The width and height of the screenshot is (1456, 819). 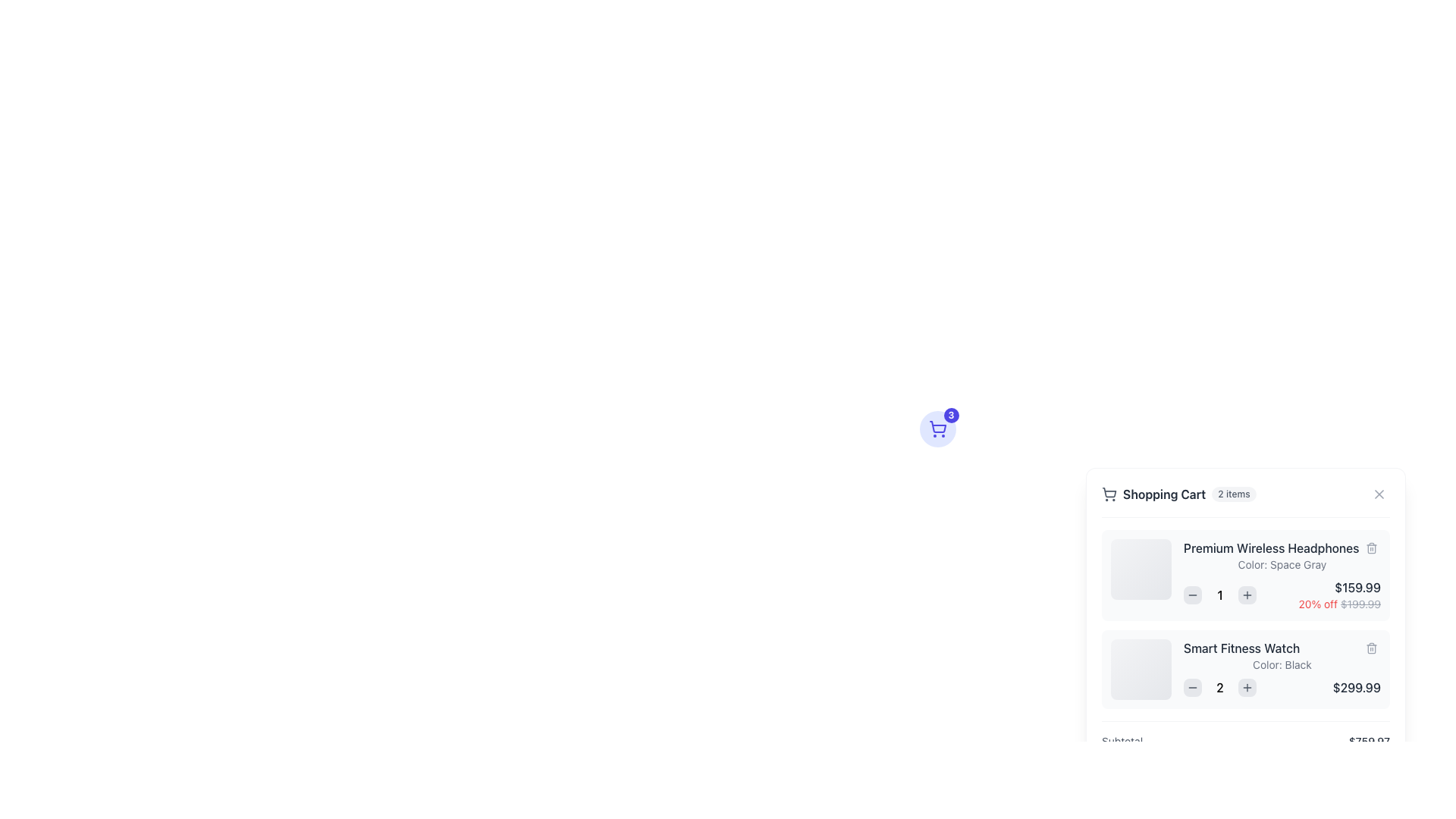 What do you see at coordinates (1192, 595) in the screenshot?
I see `the decrement button located to the left of the number '1' in the quantity selector for the 'Premium Wireless Headphones' item in the shopping cart` at bounding box center [1192, 595].